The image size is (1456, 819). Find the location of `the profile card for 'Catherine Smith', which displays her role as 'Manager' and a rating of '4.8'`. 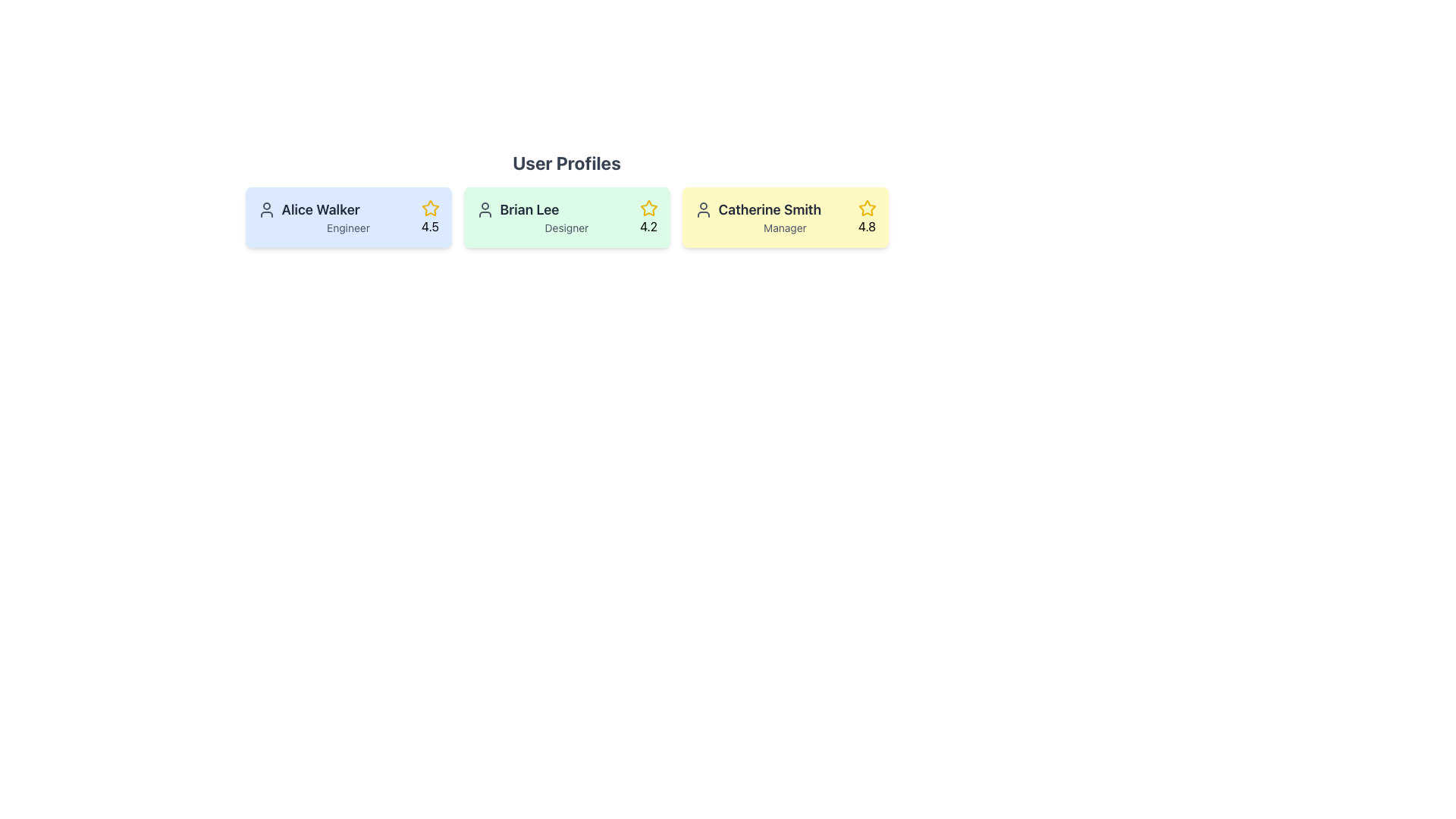

the profile card for 'Catherine Smith', which displays her role as 'Manager' and a rating of '4.8' is located at coordinates (785, 217).